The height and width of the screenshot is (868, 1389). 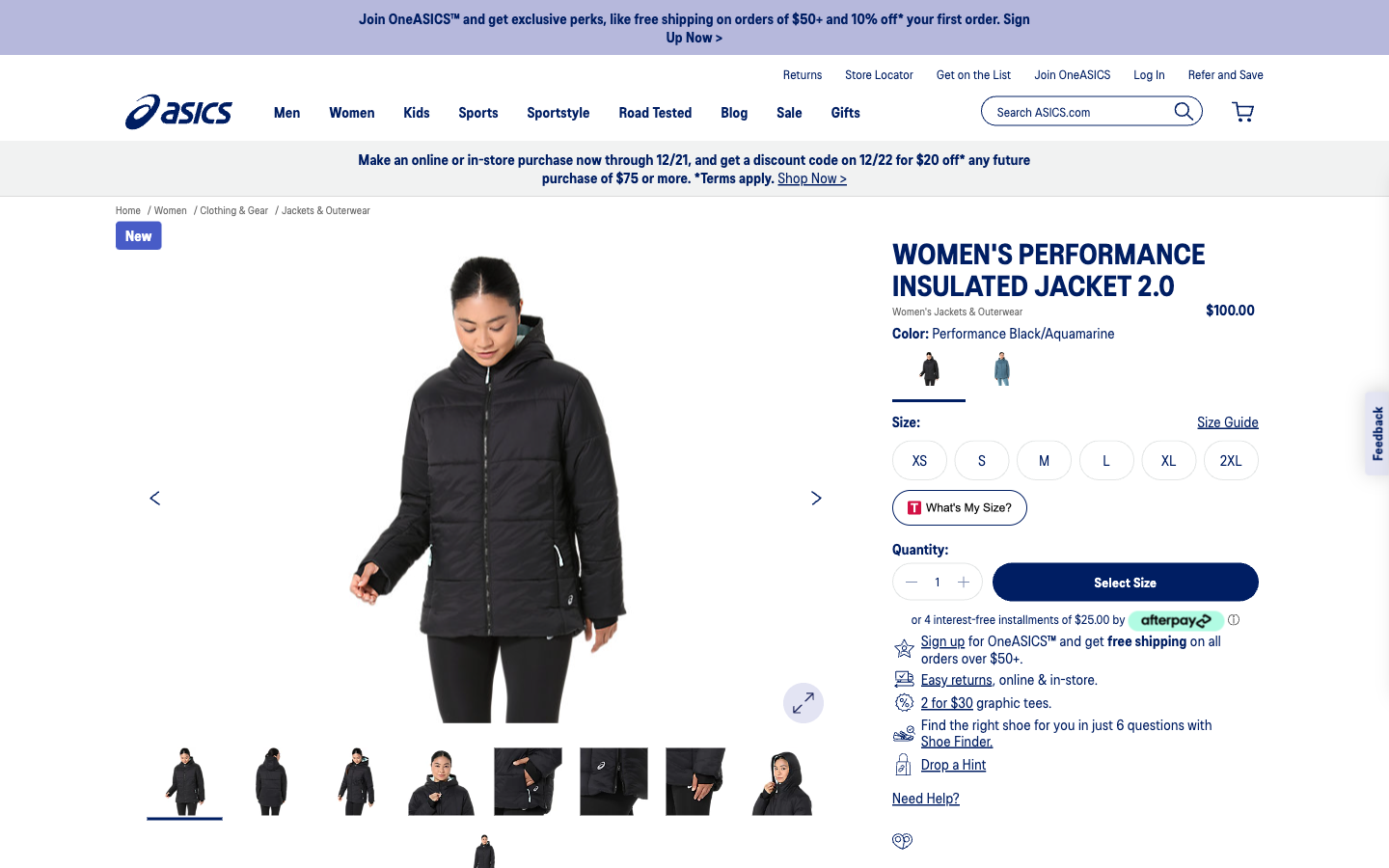 What do you see at coordinates (1001, 372) in the screenshot?
I see `the color aquamarine, select the size M, progress to subsequent images` at bounding box center [1001, 372].